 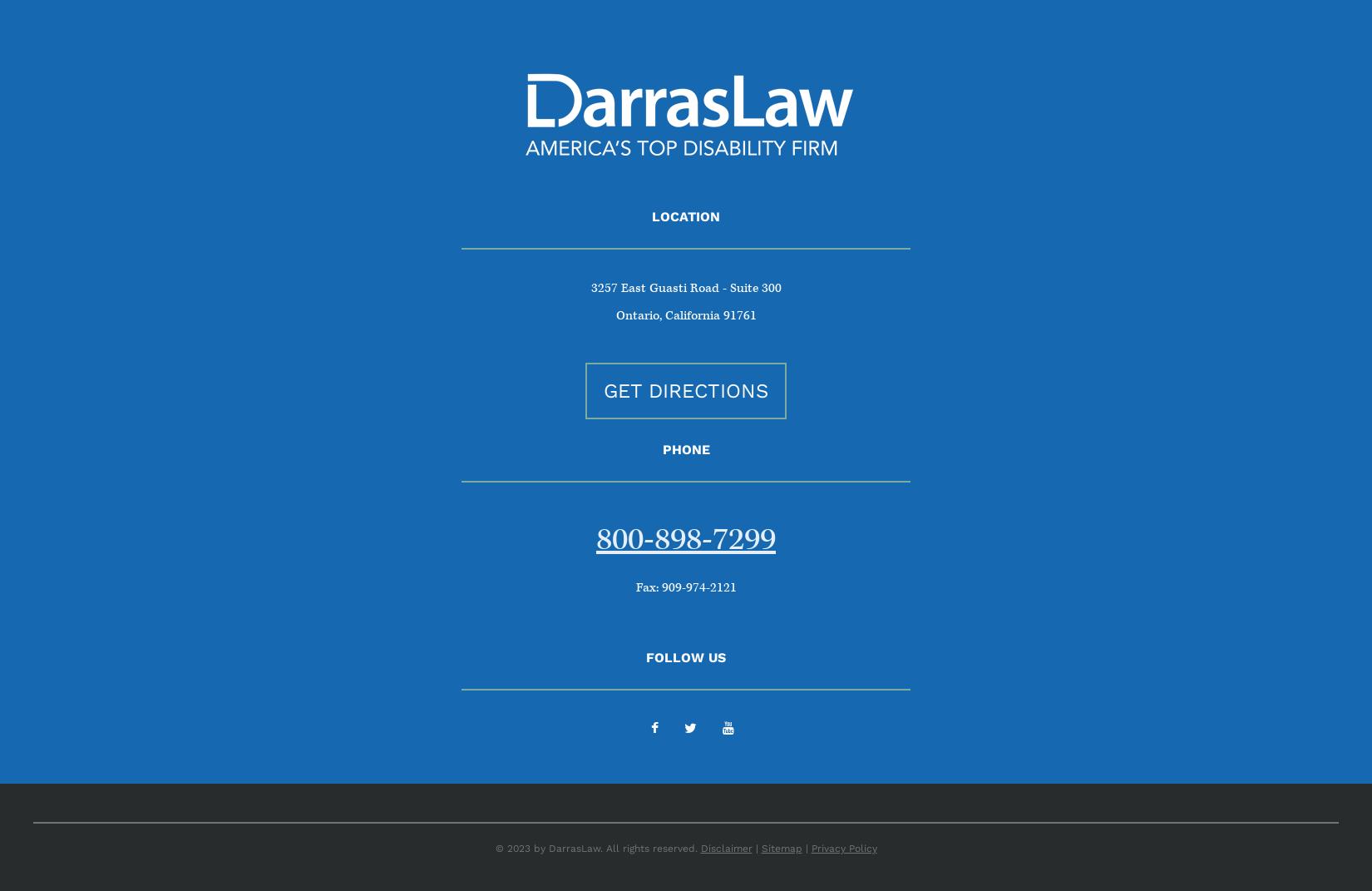 What do you see at coordinates (684, 314) in the screenshot?
I see `'Ontario, California 91761'` at bounding box center [684, 314].